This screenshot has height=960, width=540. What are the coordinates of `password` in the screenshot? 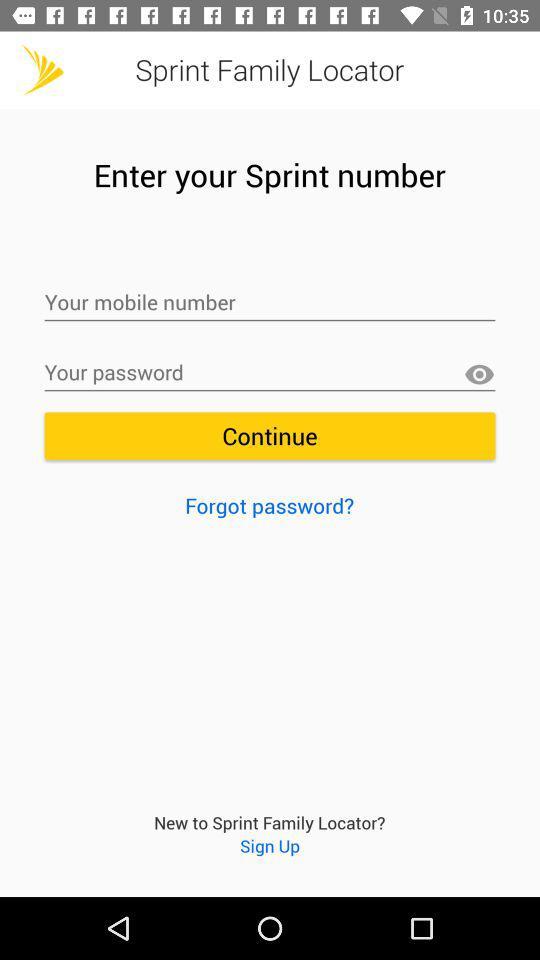 It's located at (478, 374).